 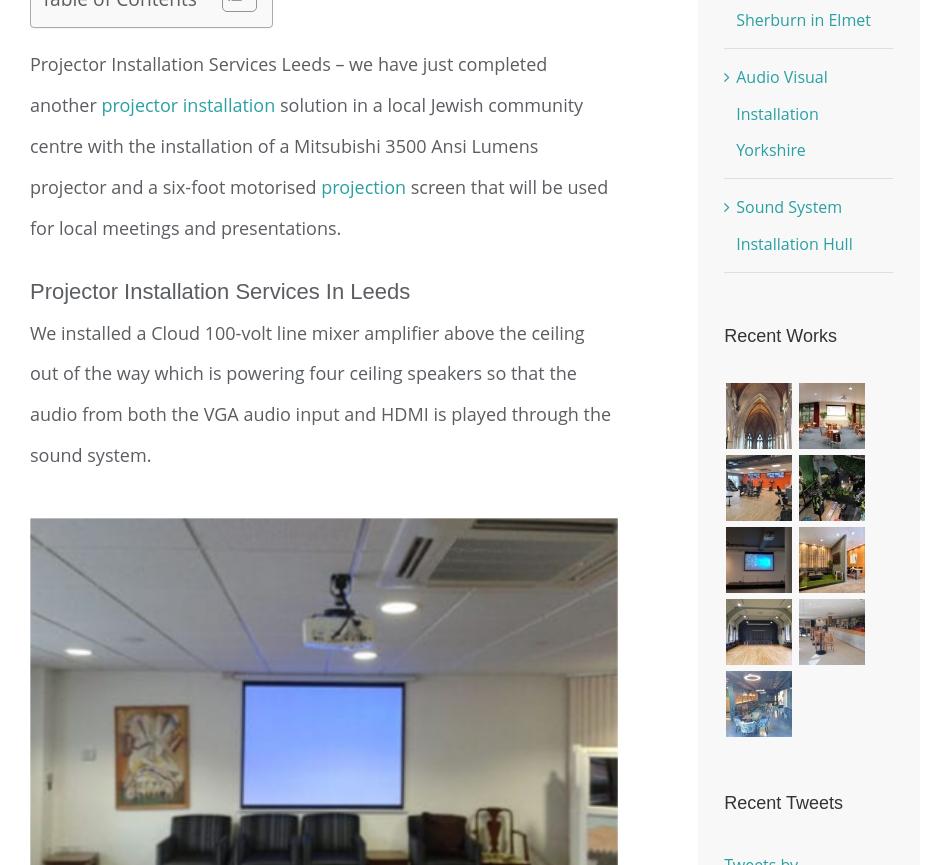 What do you see at coordinates (781, 801) in the screenshot?
I see `'Recent Tweets'` at bounding box center [781, 801].